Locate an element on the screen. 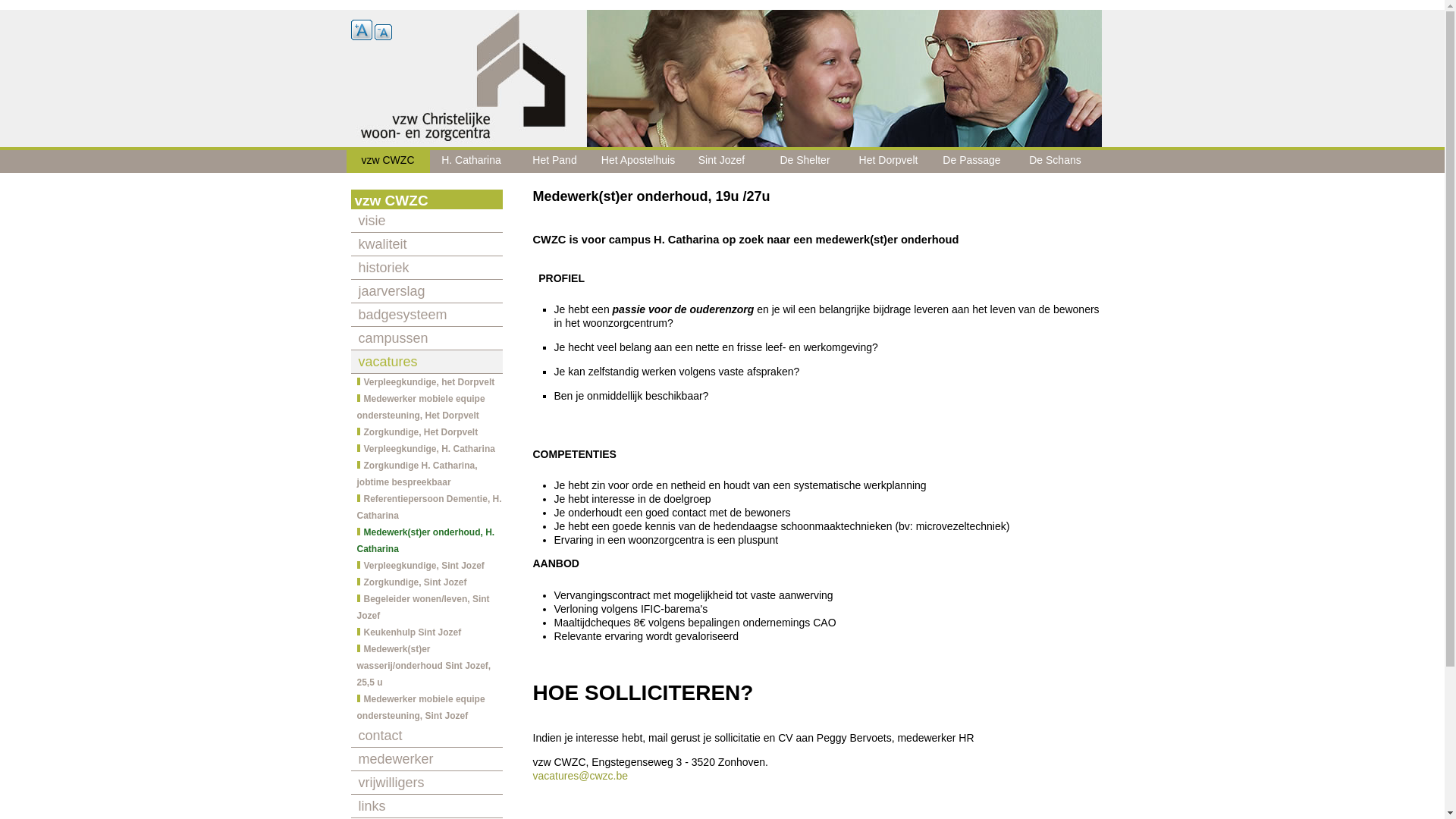  'De Passage' is located at coordinates (928, 160).